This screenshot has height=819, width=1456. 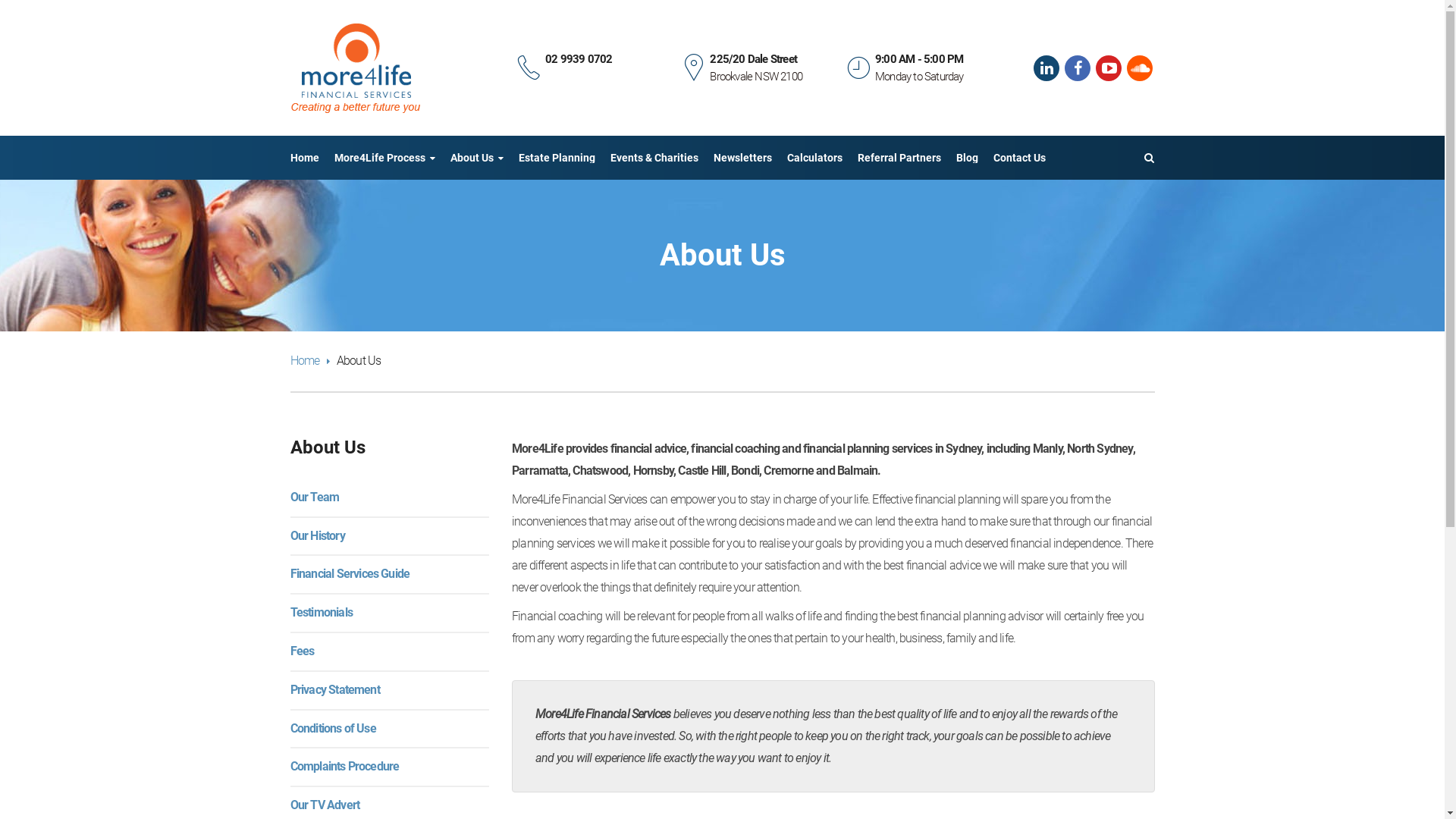 What do you see at coordinates (475, 158) in the screenshot?
I see `'About Us'` at bounding box center [475, 158].